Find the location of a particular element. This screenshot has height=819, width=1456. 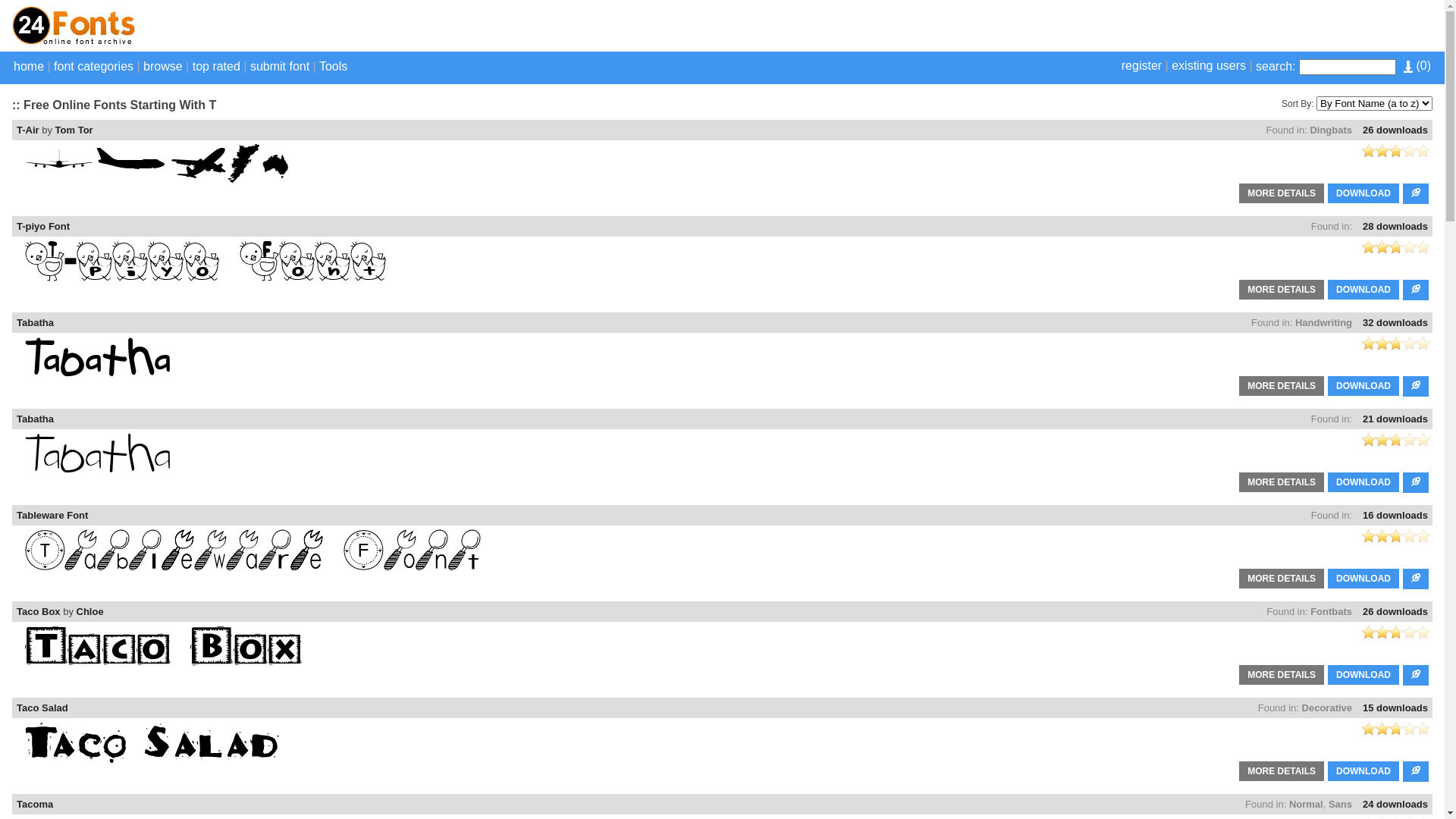

'existing users' is located at coordinates (1207, 64).